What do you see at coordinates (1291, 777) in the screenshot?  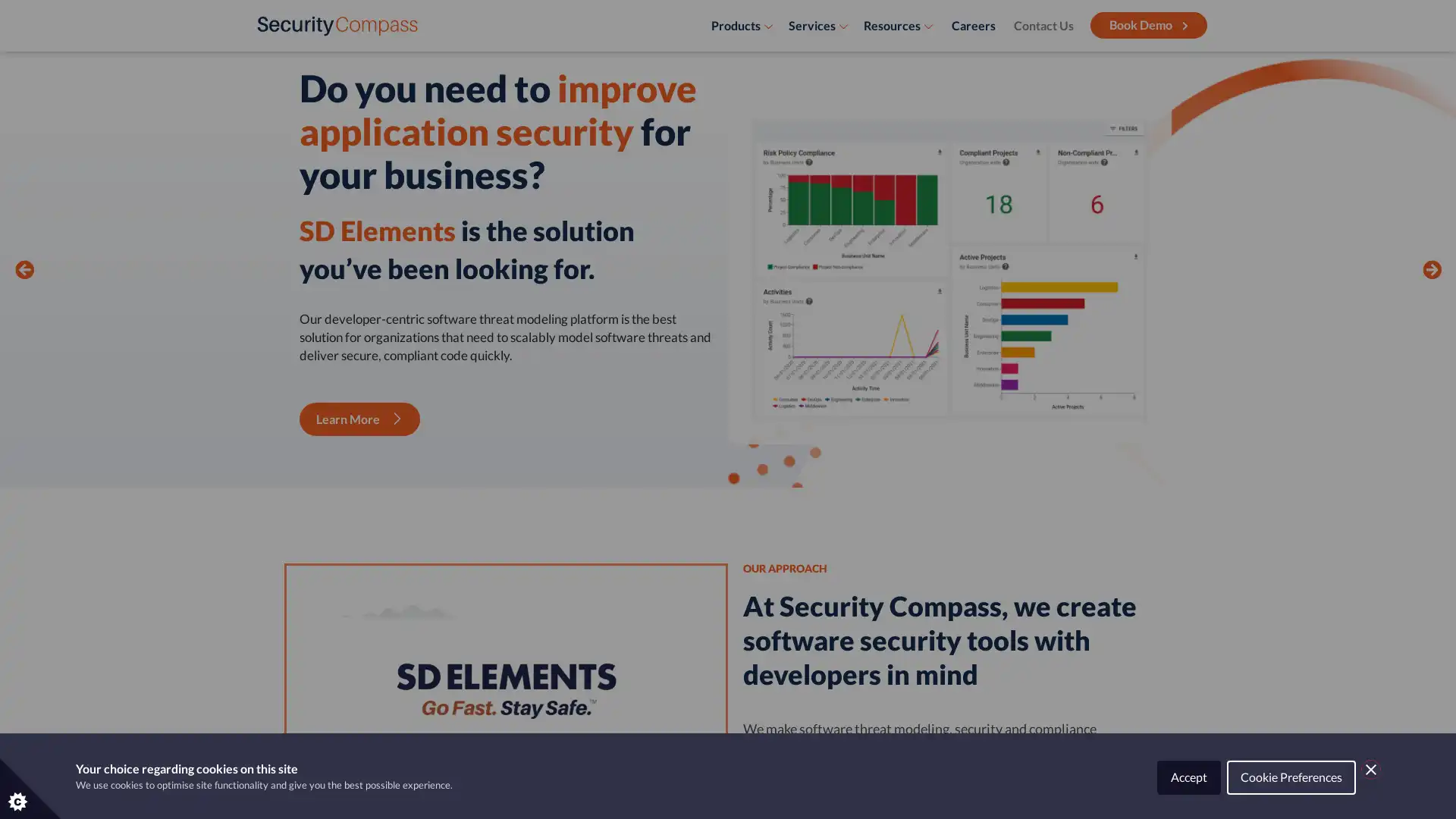 I see `Cookie Preferences` at bounding box center [1291, 777].